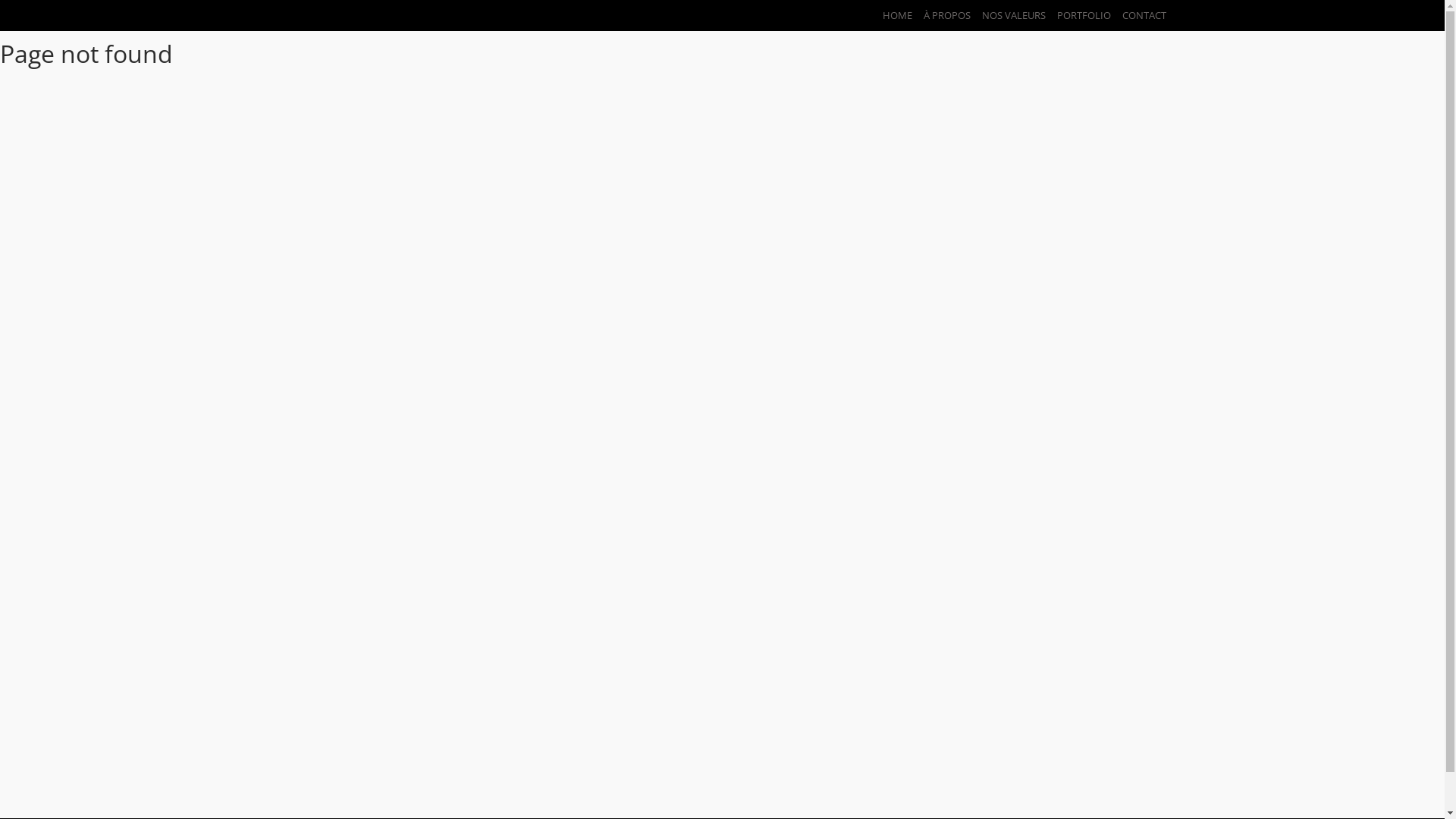  What do you see at coordinates (1008, 14) in the screenshot?
I see `'NOS VALEURS'` at bounding box center [1008, 14].